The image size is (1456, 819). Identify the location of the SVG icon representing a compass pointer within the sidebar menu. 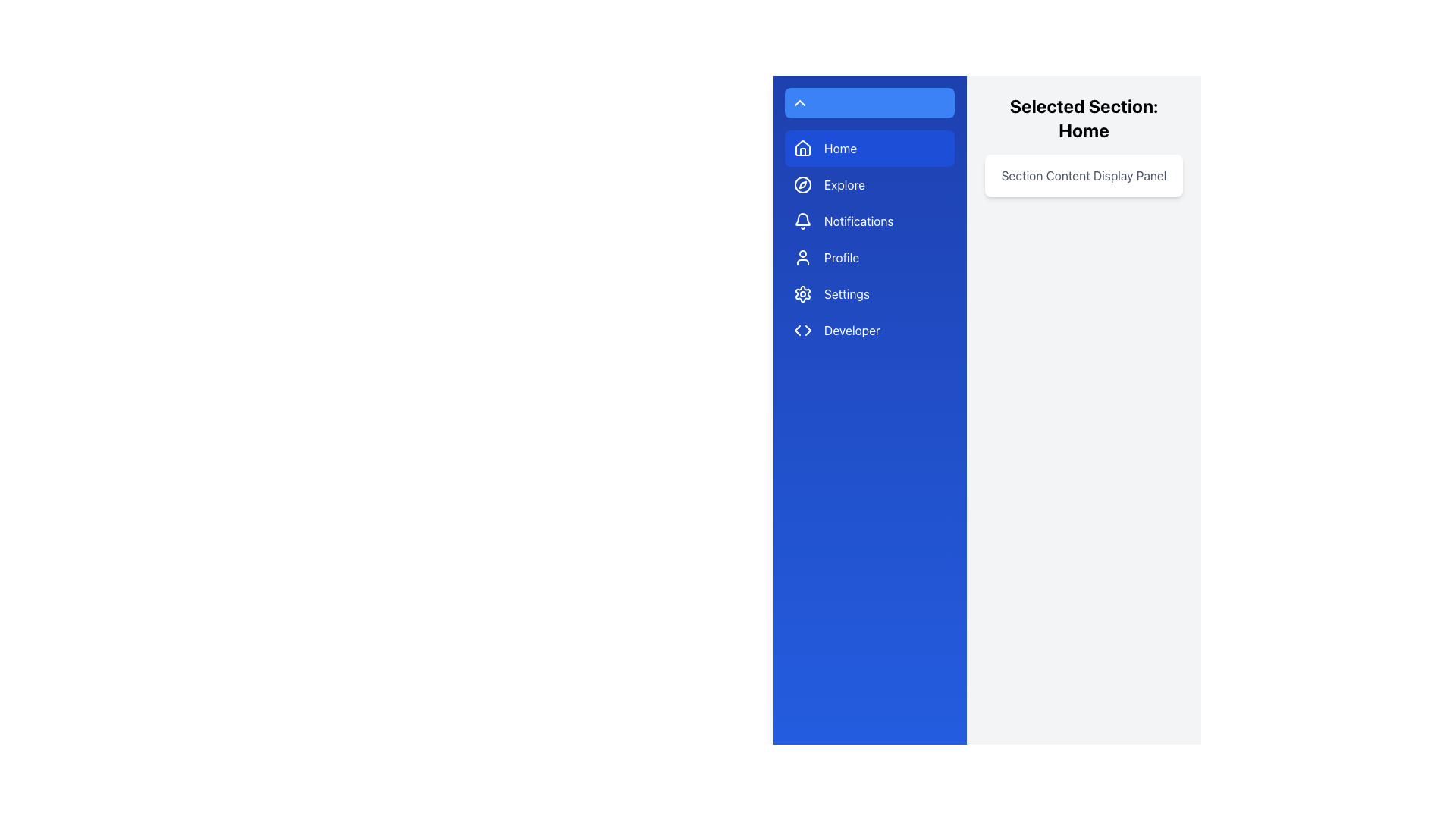
(802, 184).